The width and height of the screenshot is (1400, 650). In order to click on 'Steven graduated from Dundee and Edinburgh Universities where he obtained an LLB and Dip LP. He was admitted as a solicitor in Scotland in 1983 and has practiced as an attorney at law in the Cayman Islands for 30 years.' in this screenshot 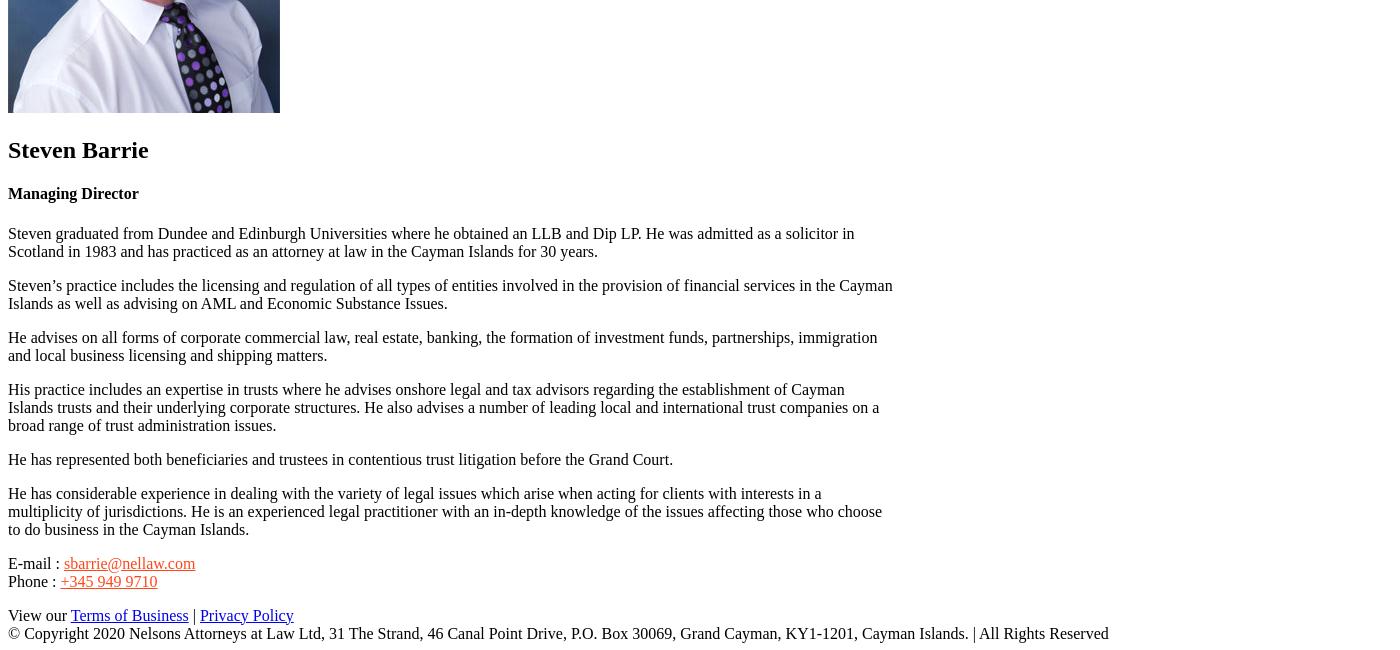, I will do `click(431, 240)`.